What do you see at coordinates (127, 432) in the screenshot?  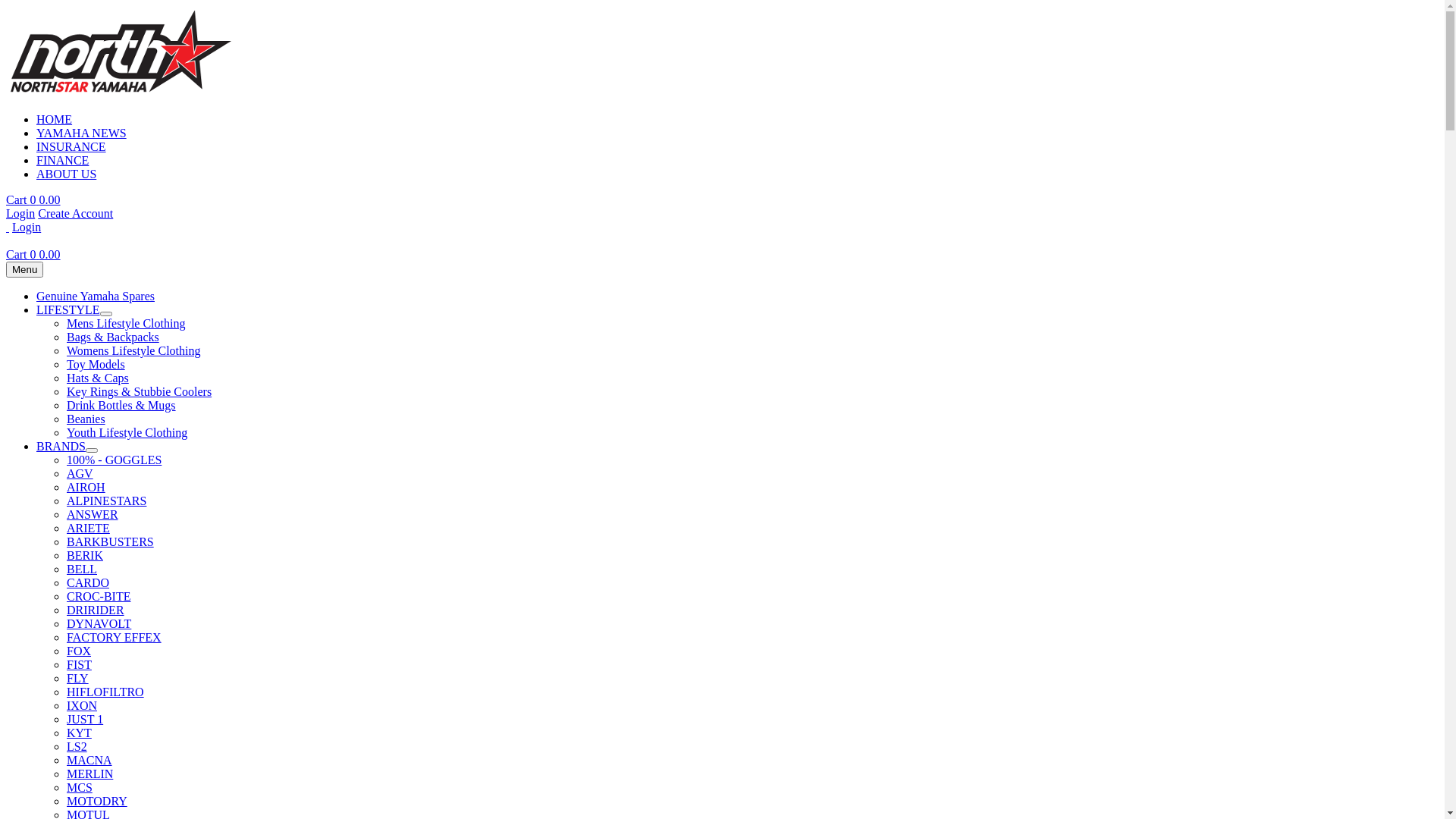 I see `'Youth Lifestyle Clothing'` at bounding box center [127, 432].